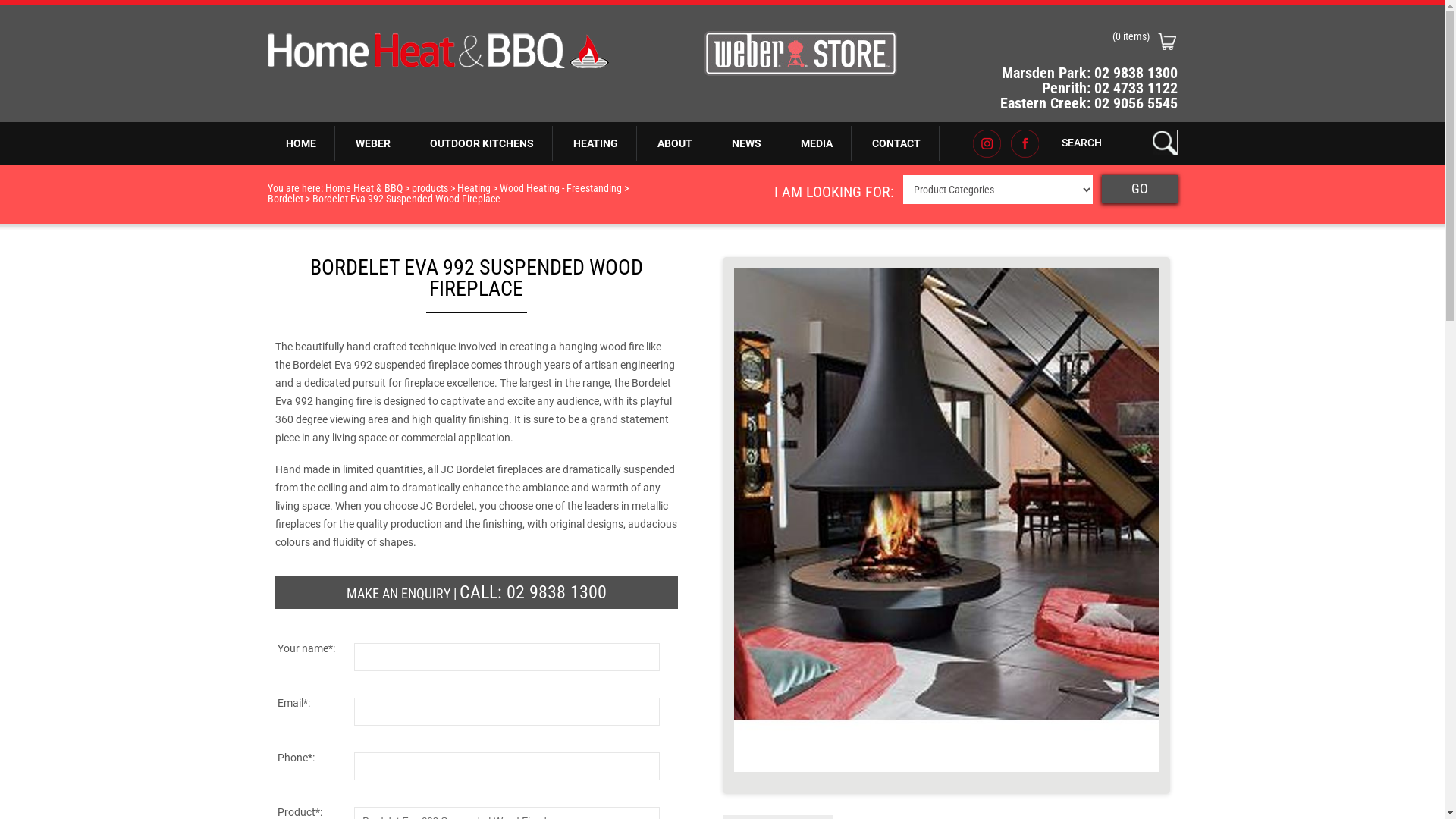 This screenshot has height=819, width=1456. I want to click on 'HOME', so click(300, 143).